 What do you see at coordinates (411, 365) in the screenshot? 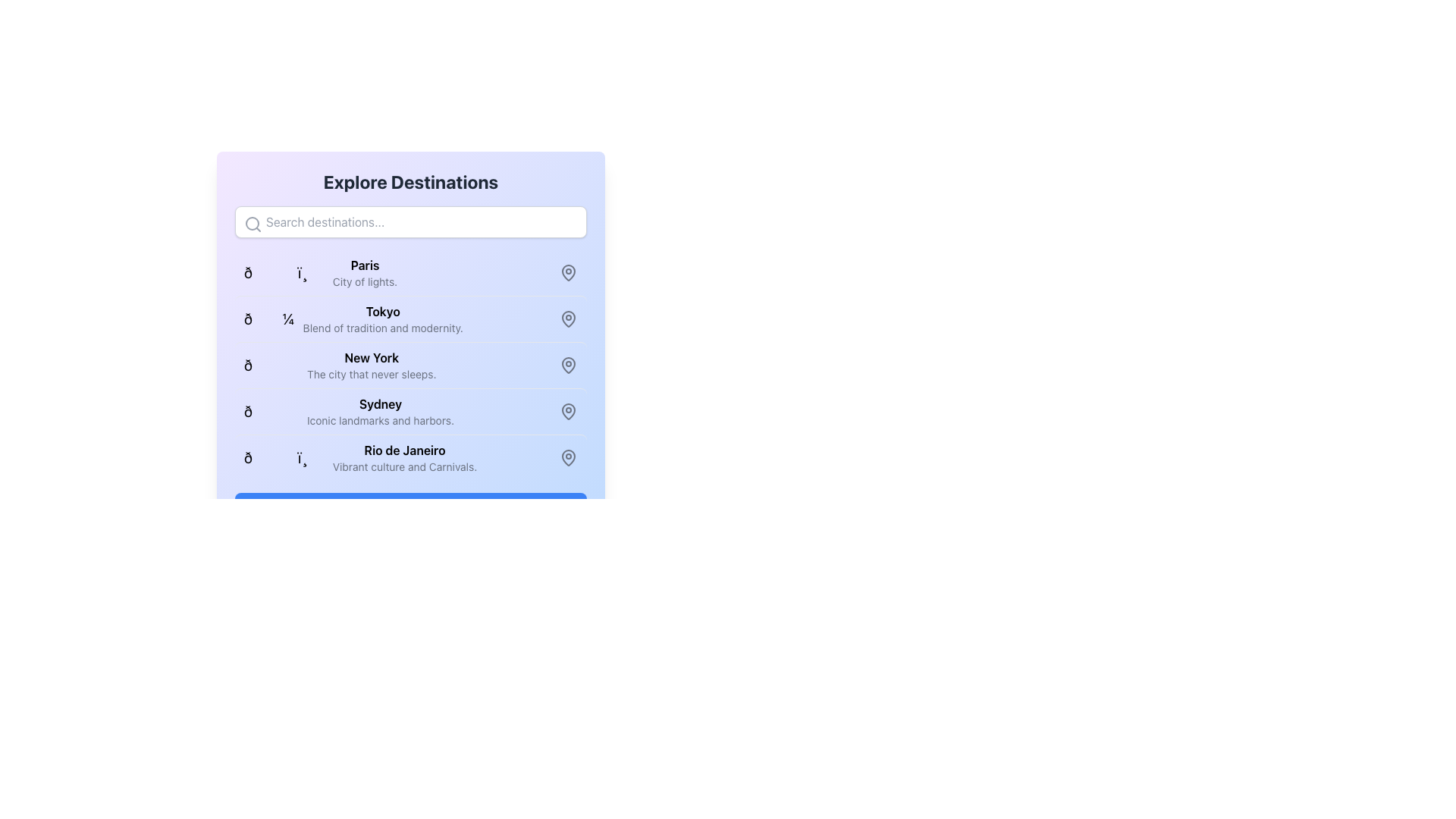
I see `the List Item displaying information about New York, which includes the title 'New York' in bold font and a descriptive subtitle 'The city that never sleeps.'` at bounding box center [411, 365].